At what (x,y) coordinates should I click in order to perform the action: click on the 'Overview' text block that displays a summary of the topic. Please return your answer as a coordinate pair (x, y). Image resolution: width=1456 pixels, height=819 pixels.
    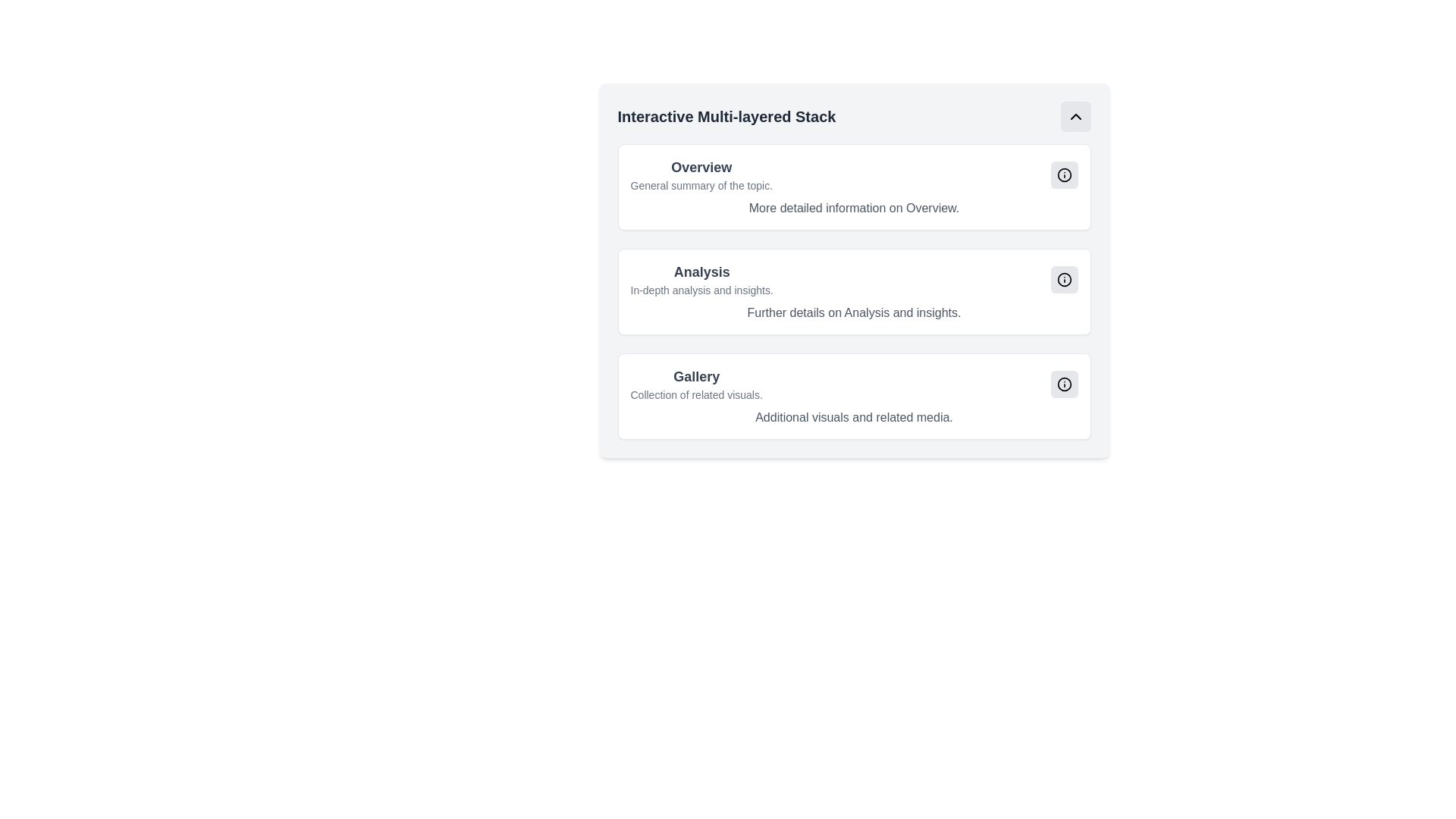
    Looking at the image, I should click on (701, 174).